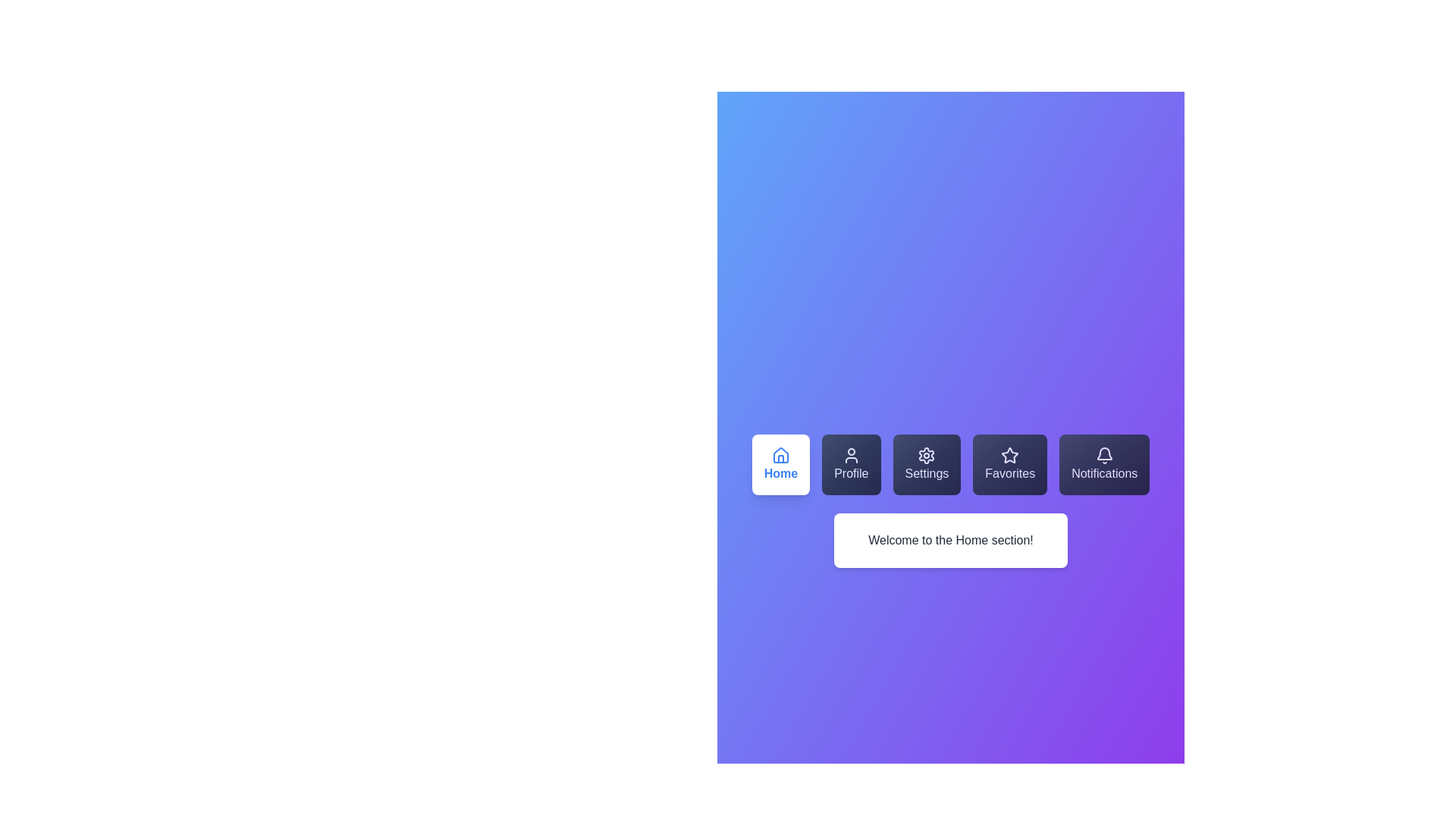  What do you see at coordinates (780, 472) in the screenshot?
I see `the 'Home' button component that contains the 'Home' text label` at bounding box center [780, 472].